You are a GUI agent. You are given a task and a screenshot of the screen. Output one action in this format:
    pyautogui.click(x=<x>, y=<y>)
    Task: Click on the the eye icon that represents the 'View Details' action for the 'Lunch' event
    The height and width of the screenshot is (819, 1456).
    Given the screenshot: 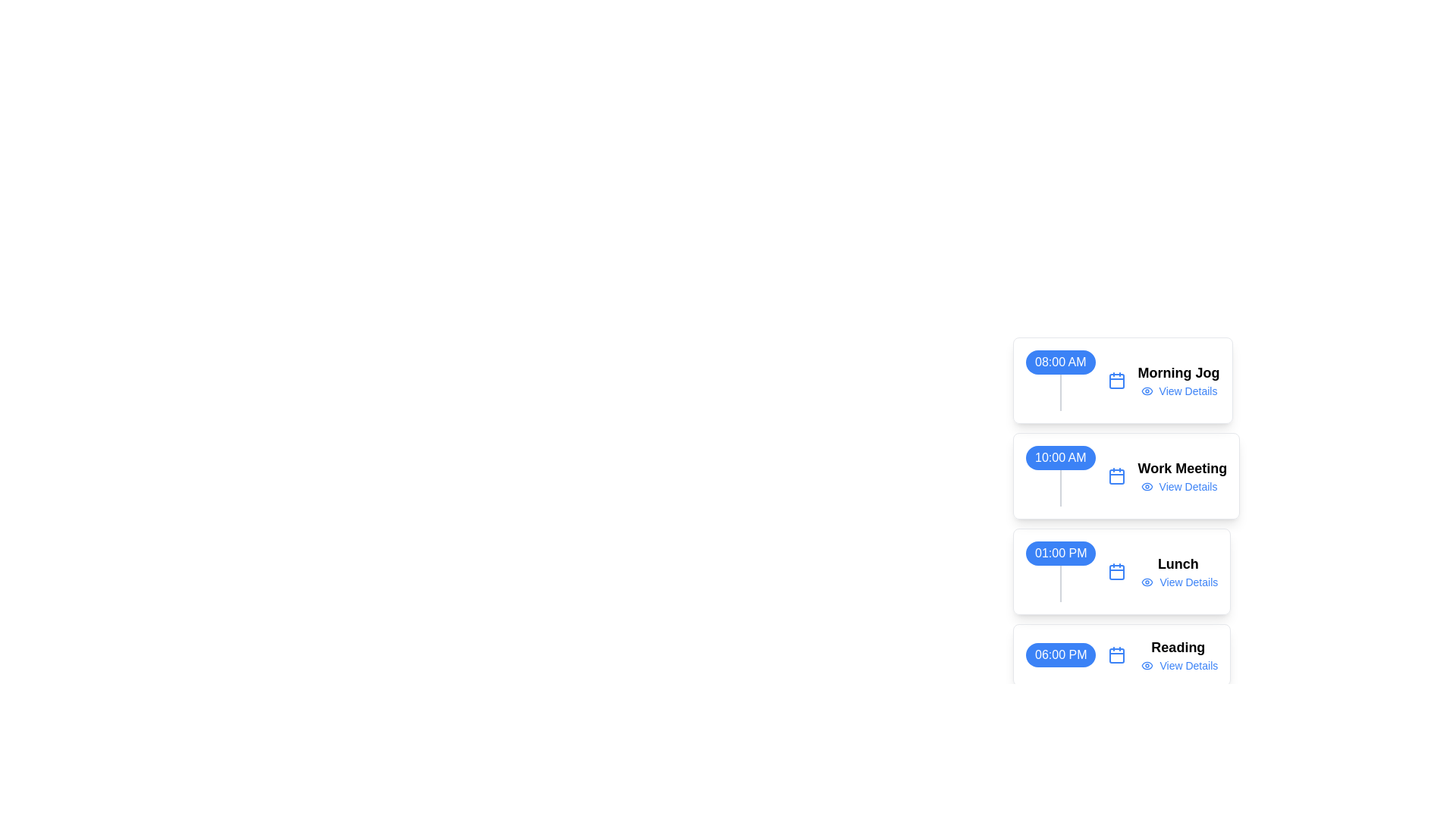 What is the action you would take?
    pyautogui.click(x=1147, y=581)
    